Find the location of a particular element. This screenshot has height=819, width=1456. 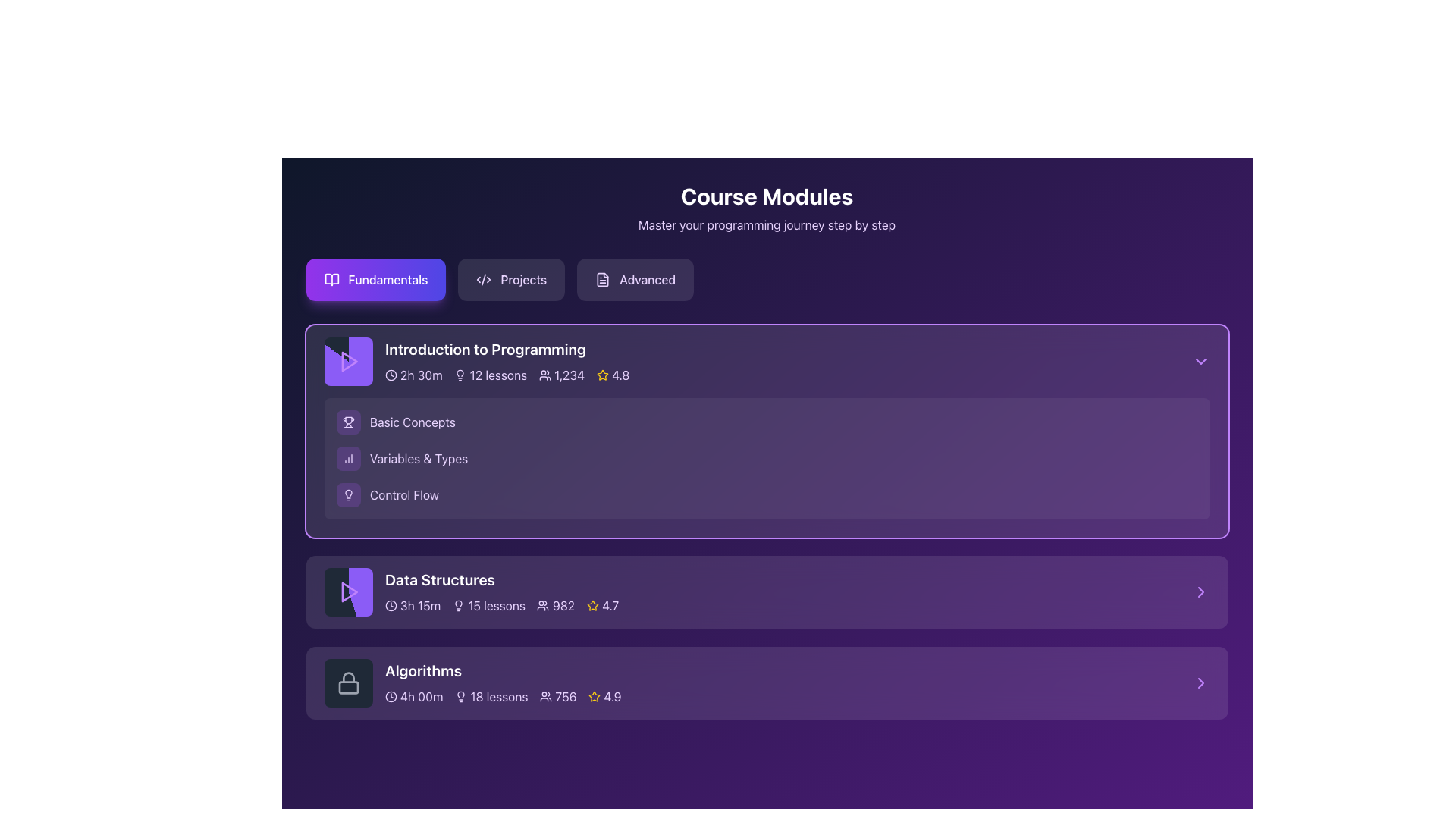

the chevron icon located at the far right of the 'Algorithms' course section to interact and navigate deeper into course details is located at coordinates (1200, 683).